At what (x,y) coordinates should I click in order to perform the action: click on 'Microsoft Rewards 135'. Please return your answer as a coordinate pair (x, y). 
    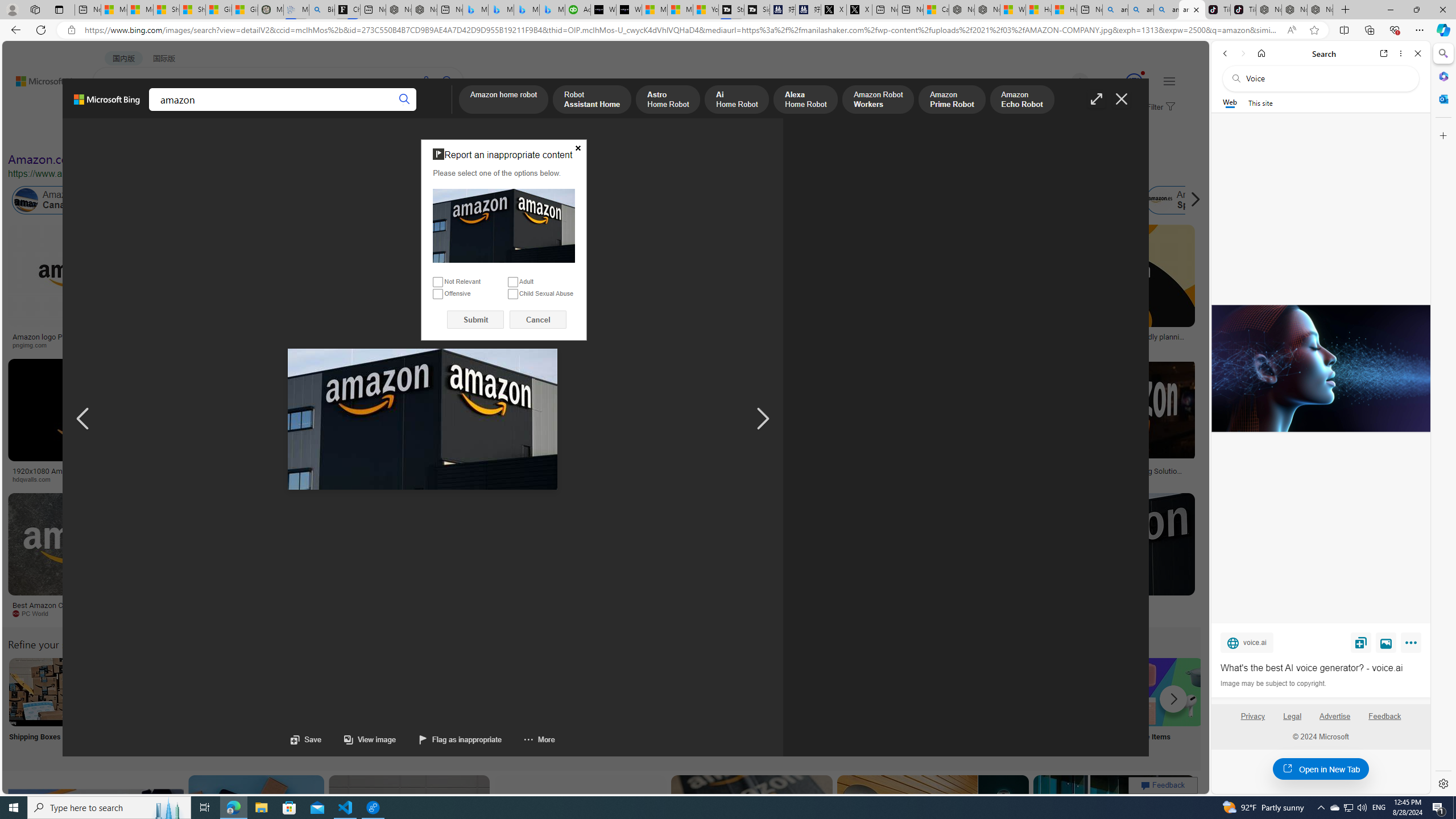
    Looking at the image, I should click on (1119, 81).